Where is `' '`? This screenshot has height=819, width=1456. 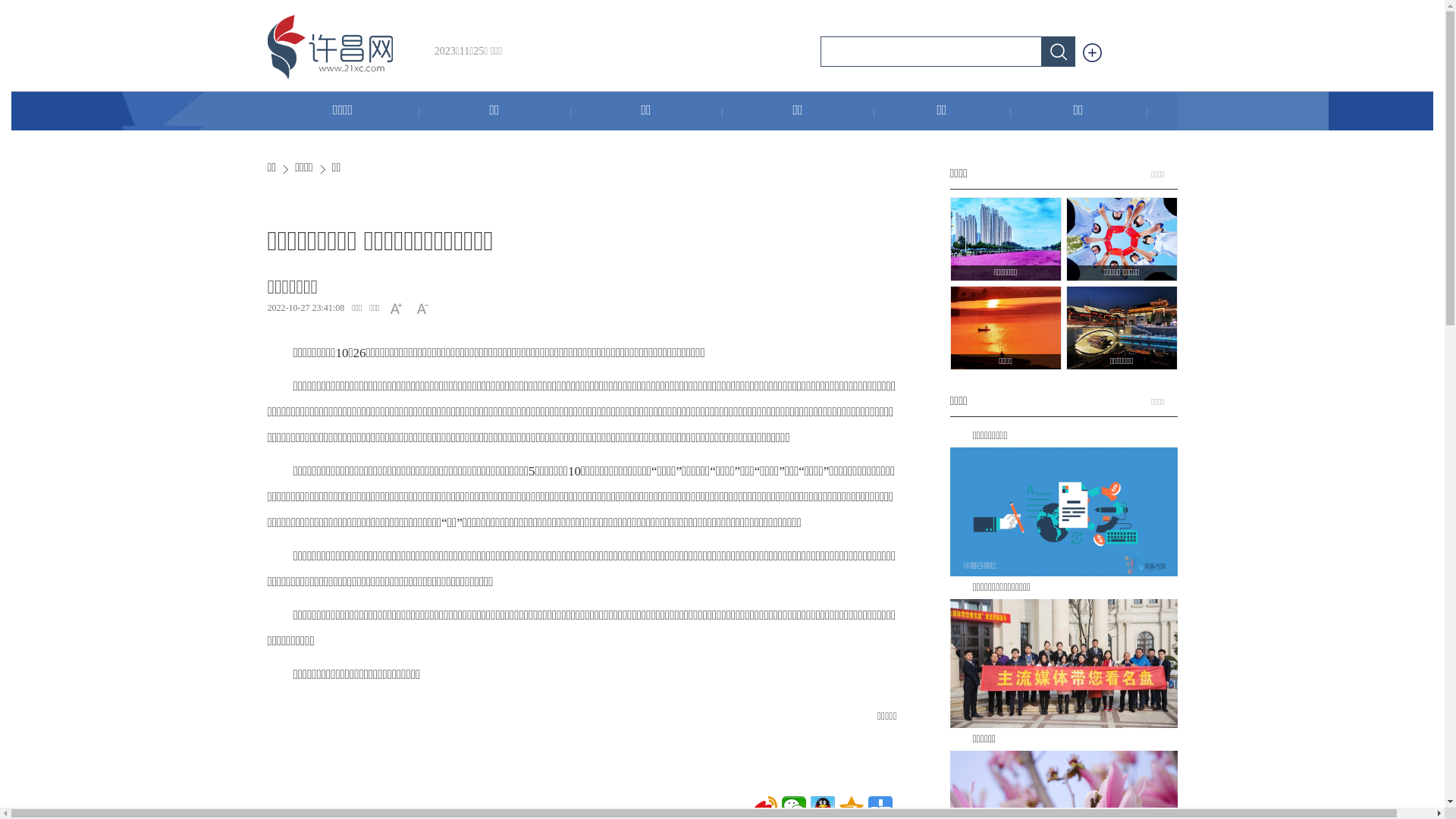 ' ' is located at coordinates (1092, 52).